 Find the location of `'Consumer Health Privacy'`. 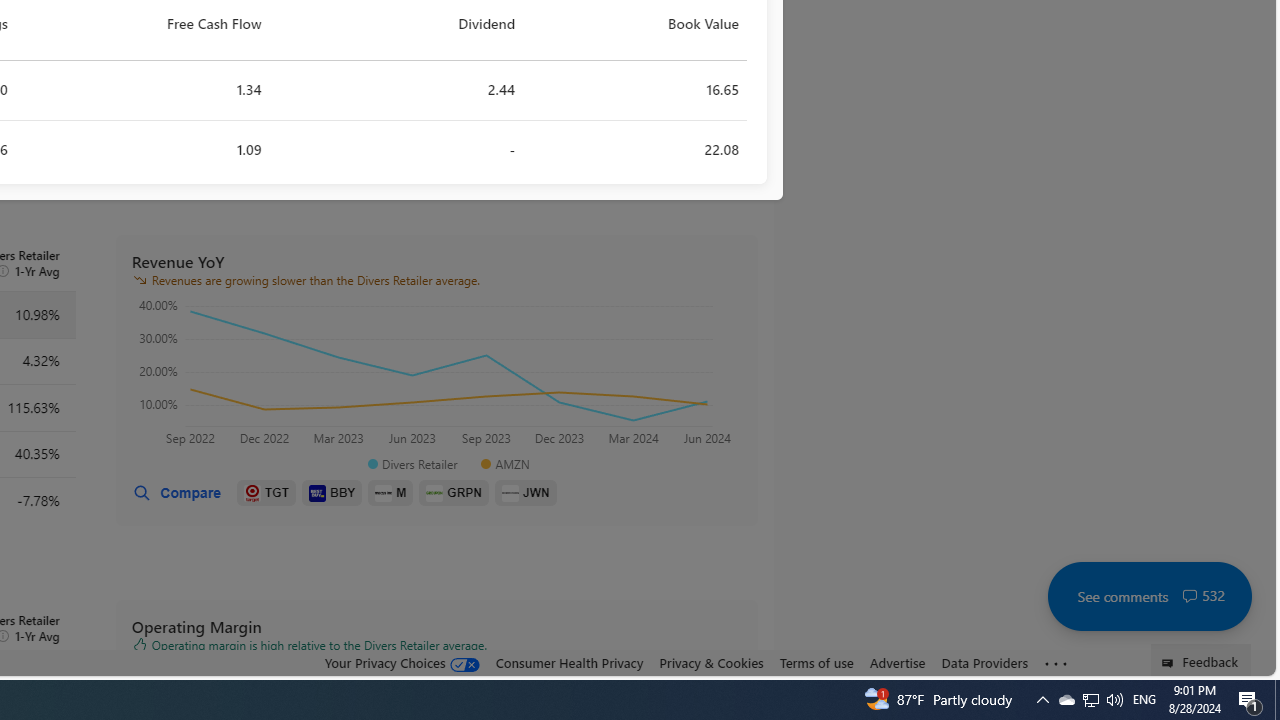

'Consumer Health Privacy' is located at coordinates (568, 663).